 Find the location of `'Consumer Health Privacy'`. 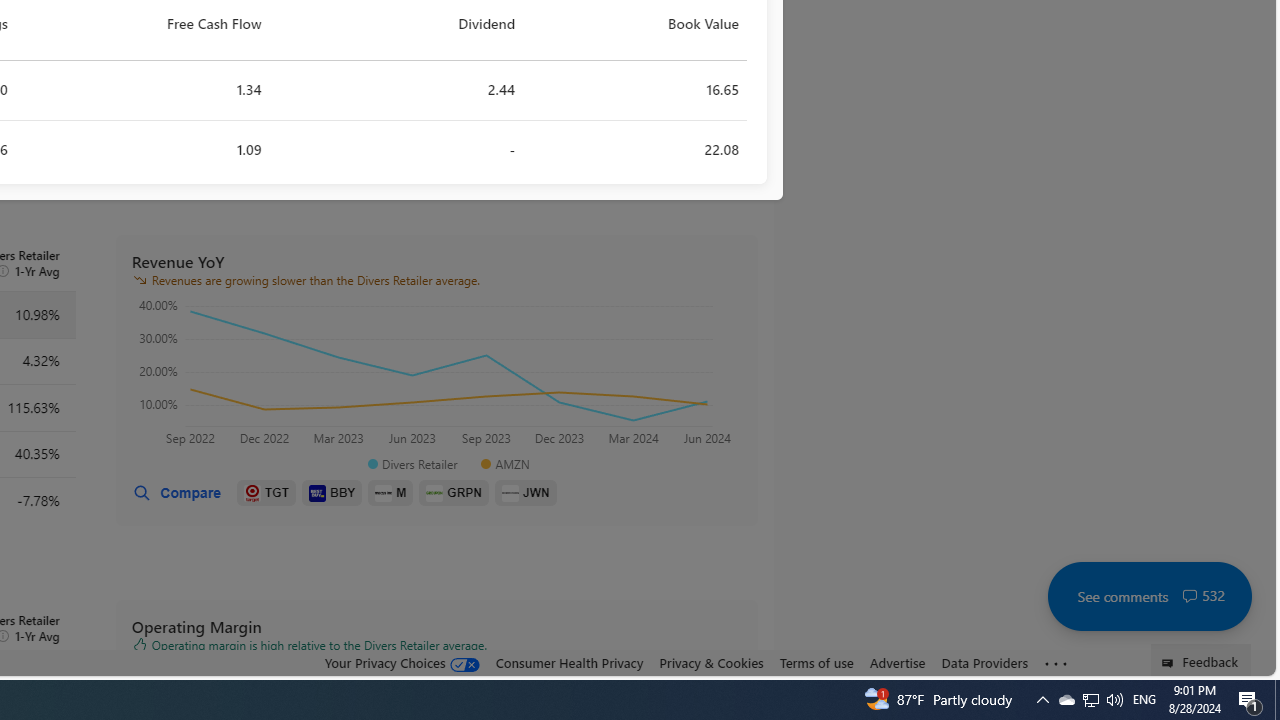

'Consumer Health Privacy' is located at coordinates (568, 663).